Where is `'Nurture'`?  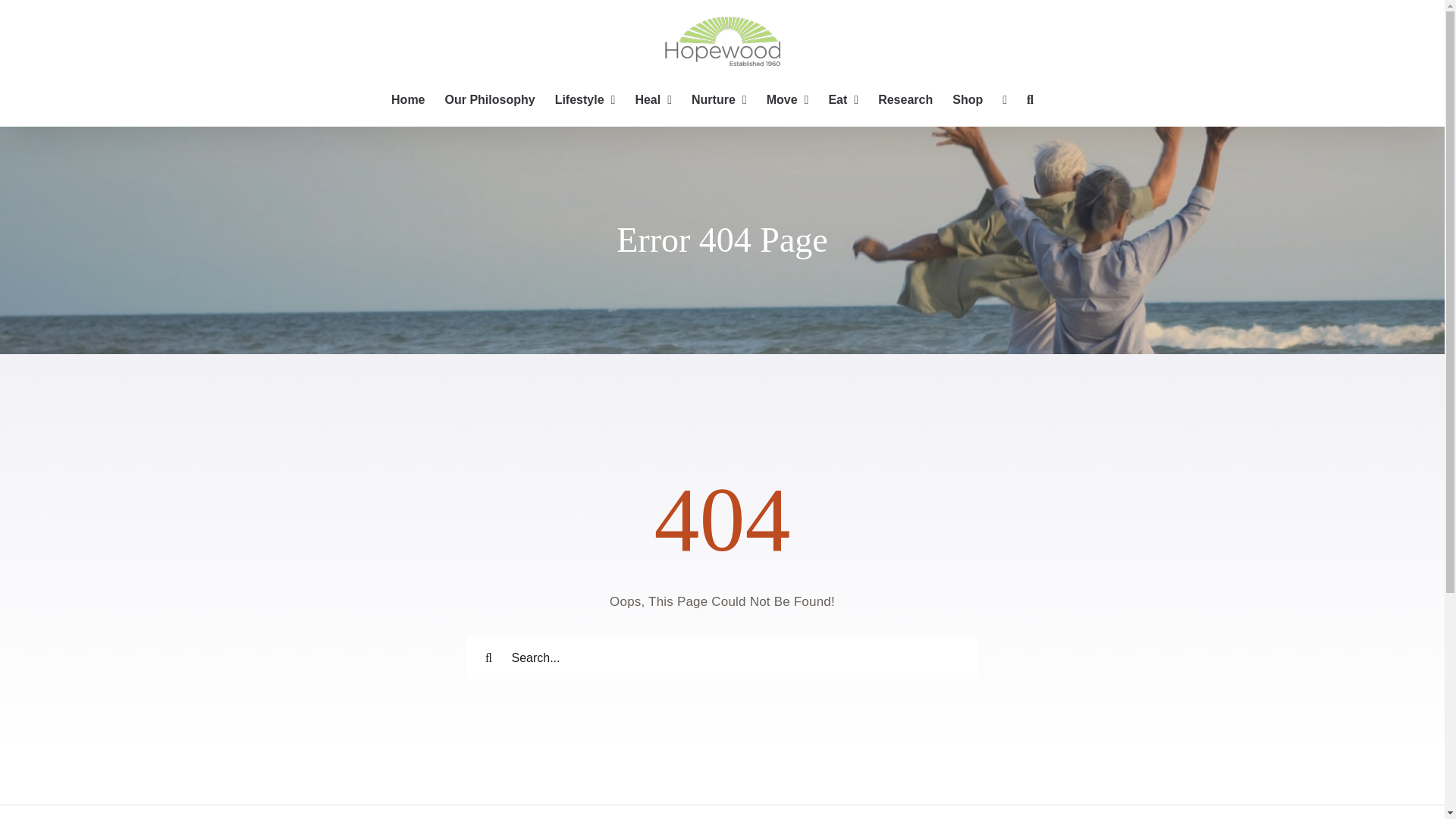 'Nurture' is located at coordinates (718, 99).